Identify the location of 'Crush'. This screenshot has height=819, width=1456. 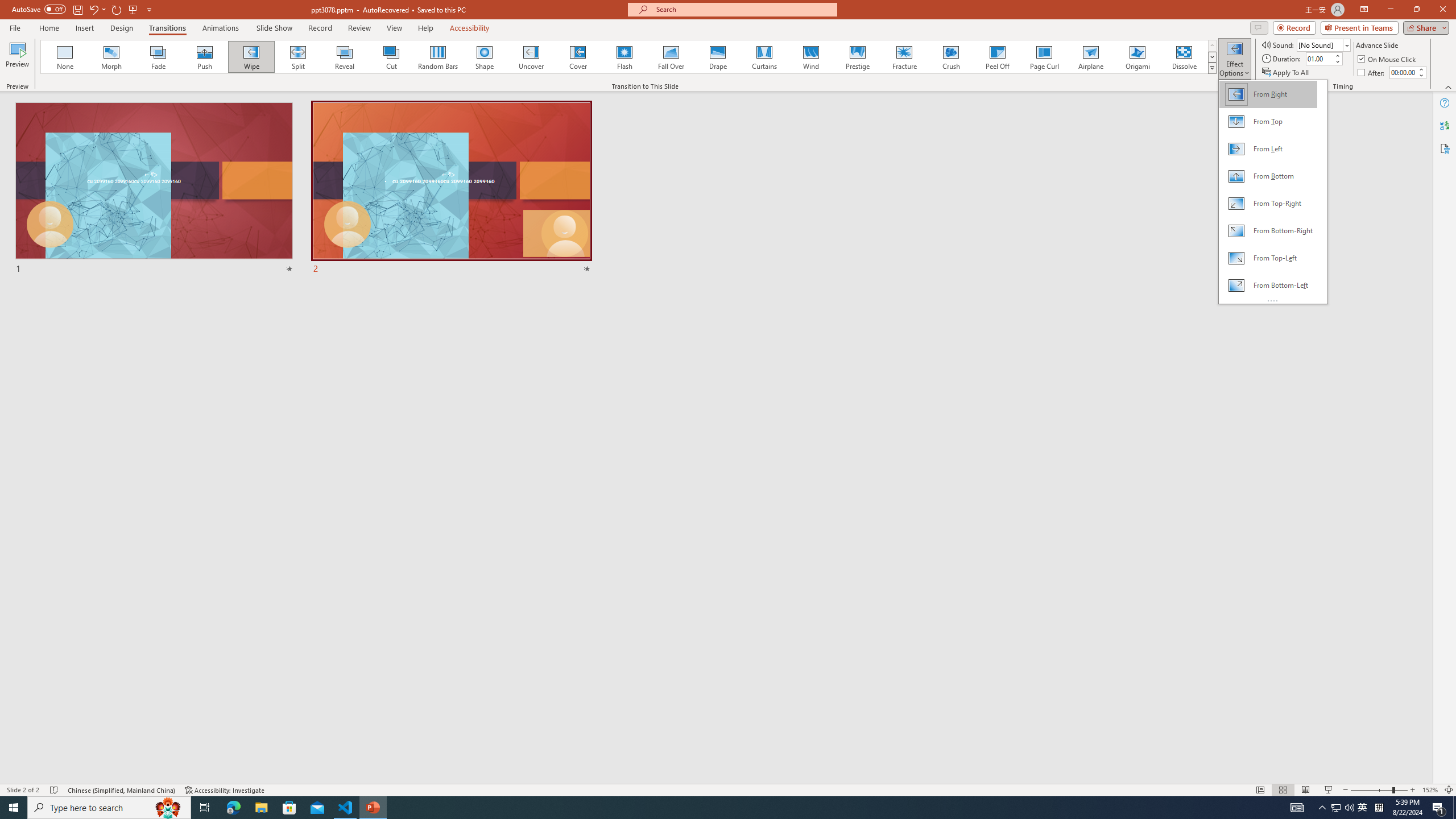
(950, 56).